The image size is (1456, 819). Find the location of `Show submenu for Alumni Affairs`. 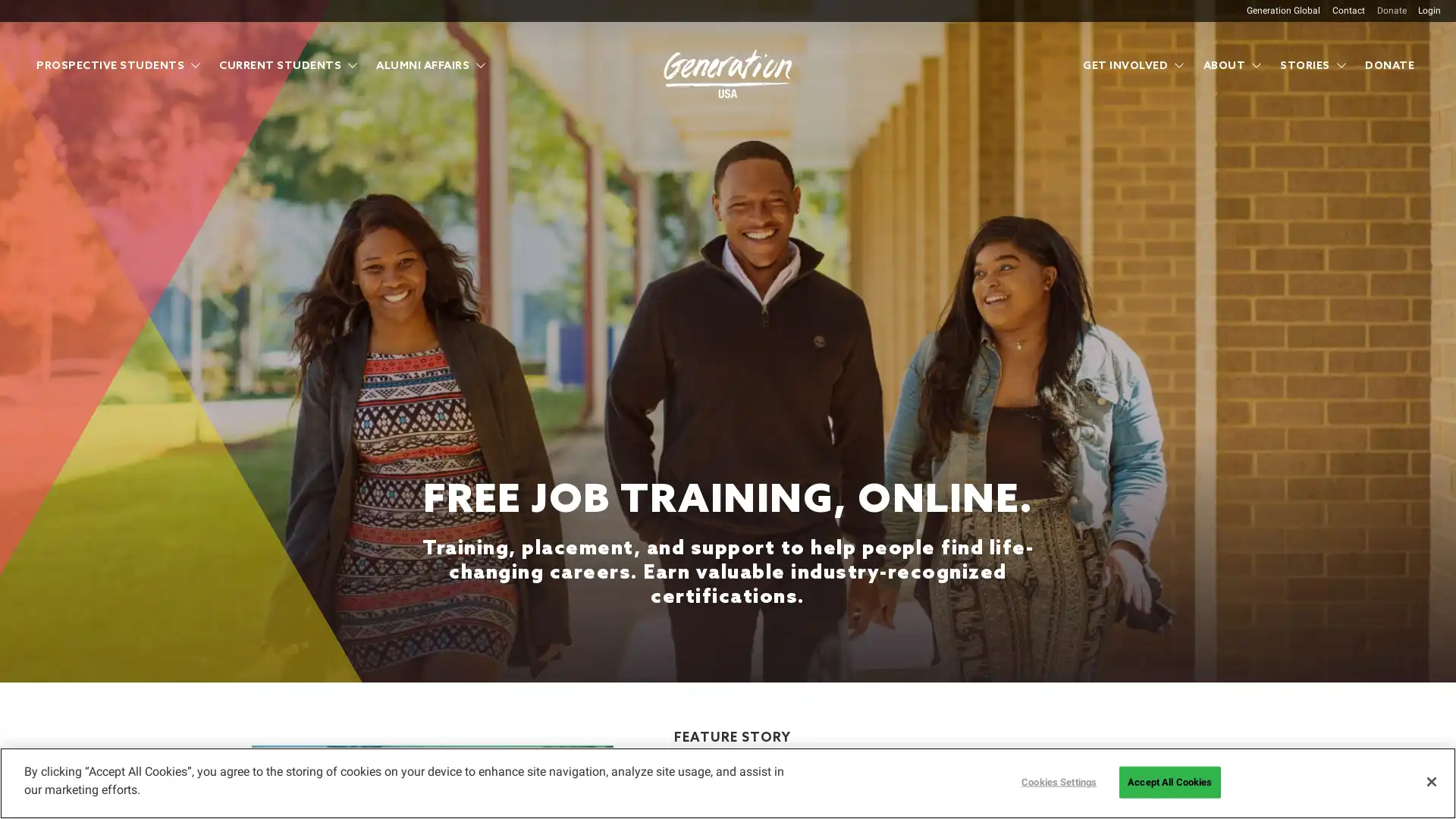

Show submenu for Alumni Affairs is located at coordinates (479, 64).